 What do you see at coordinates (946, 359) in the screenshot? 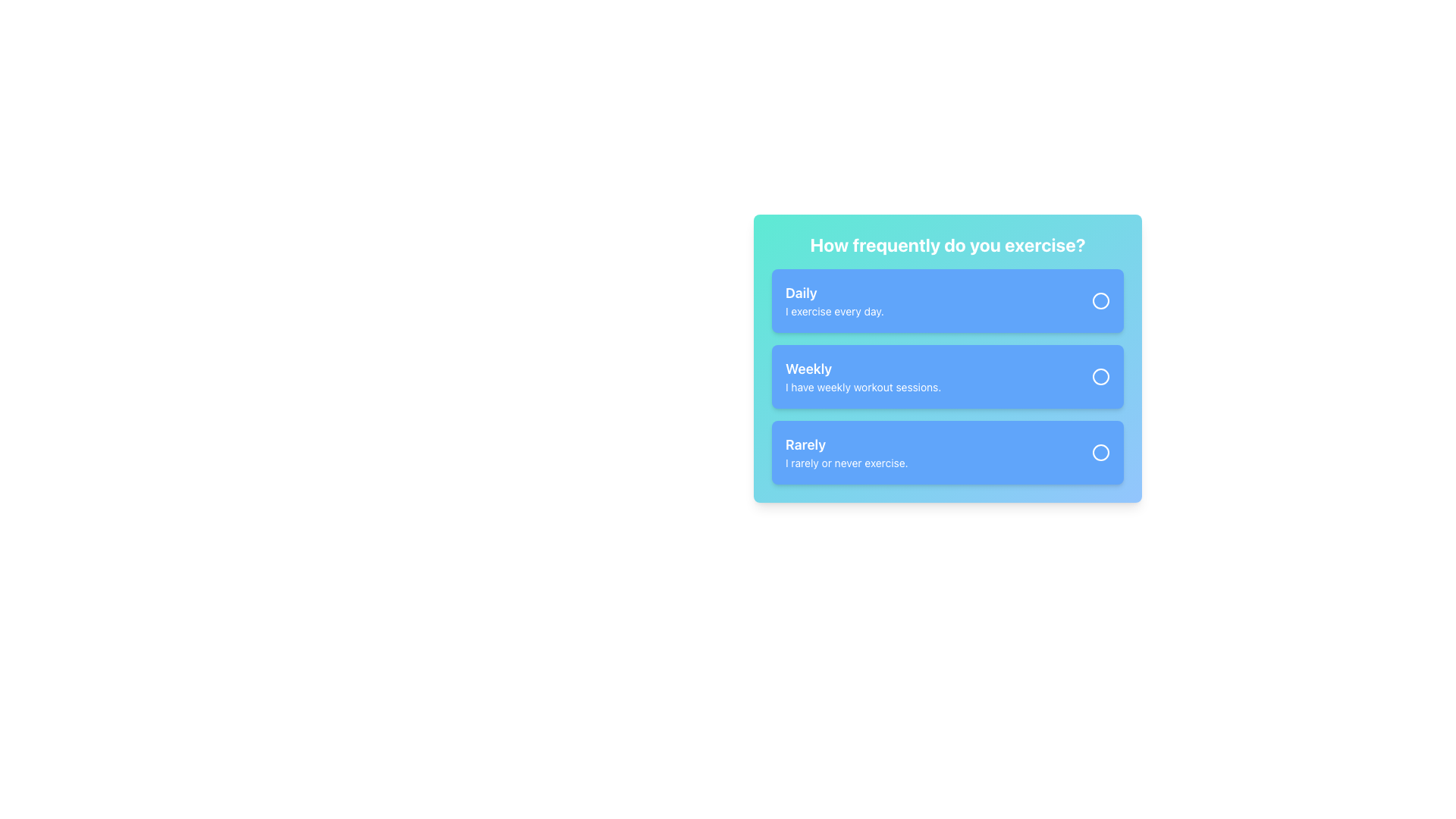
I see `the second option within the Interactive Survey Card that features a gradient background from teal to blue and rounded corners, for accessibility navigation` at bounding box center [946, 359].